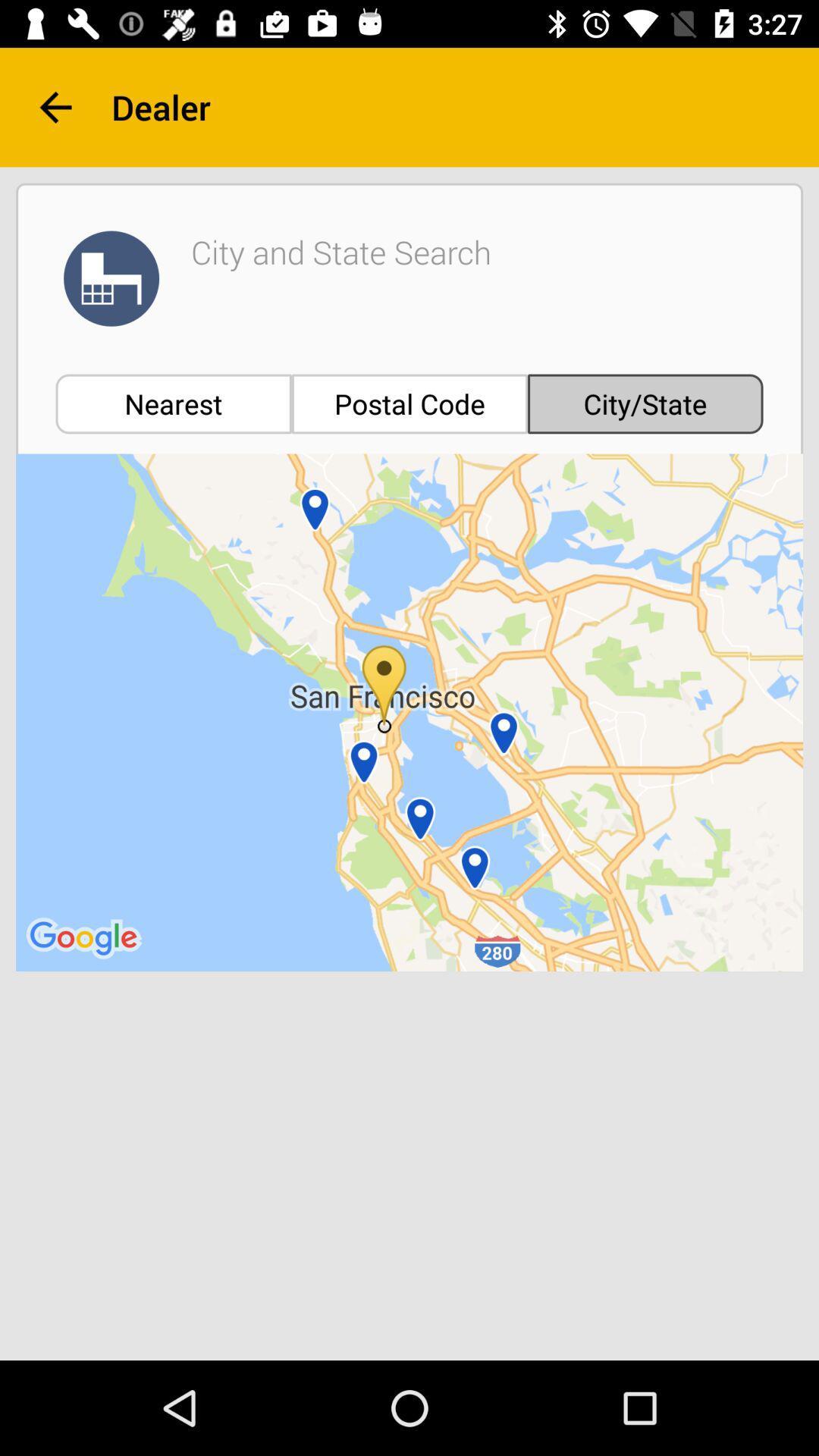 The image size is (819, 1456). What do you see at coordinates (173, 403) in the screenshot?
I see `the item next to the postal code icon` at bounding box center [173, 403].